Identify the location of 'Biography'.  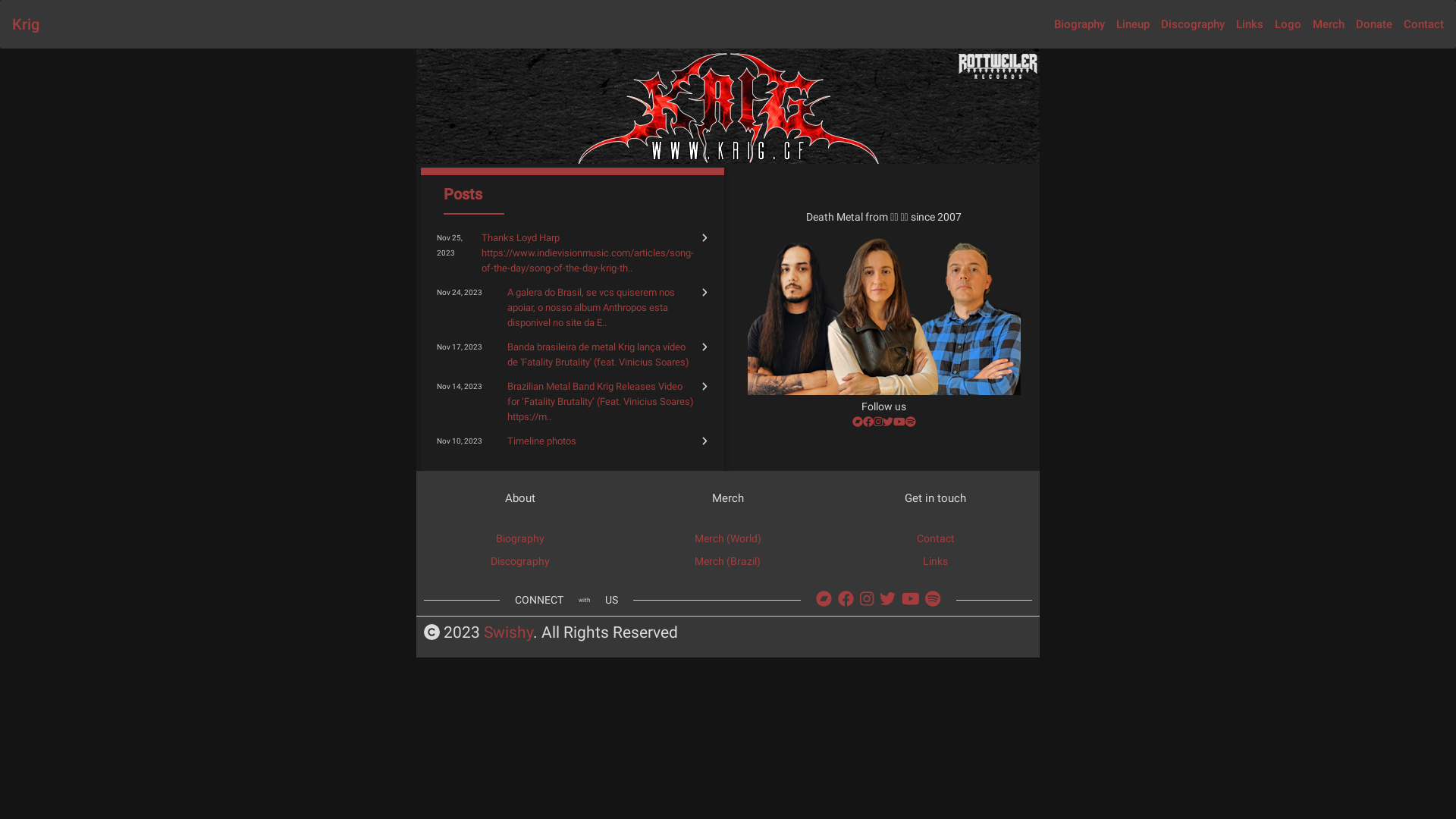
(520, 537).